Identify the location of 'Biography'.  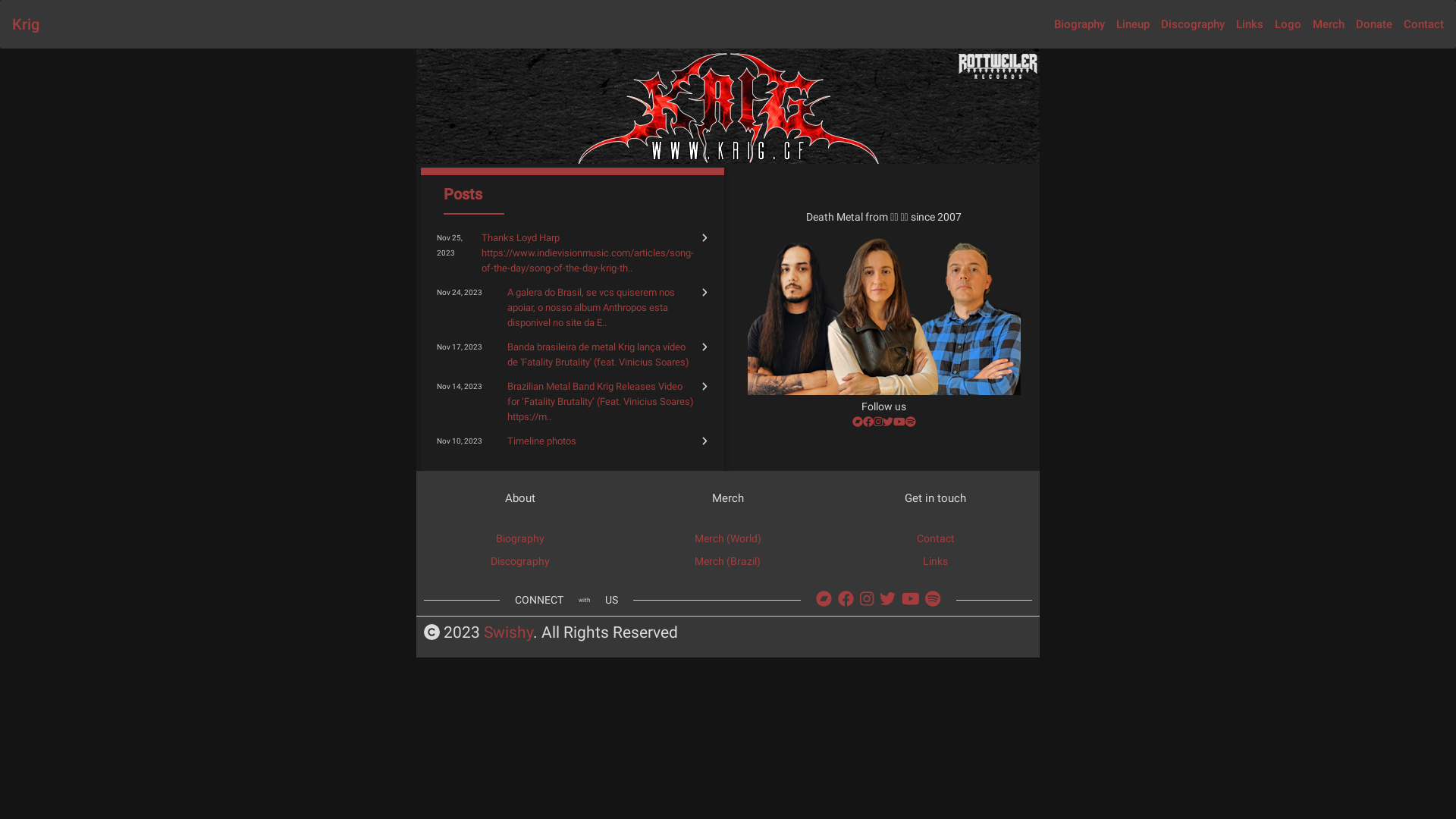
(520, 537).